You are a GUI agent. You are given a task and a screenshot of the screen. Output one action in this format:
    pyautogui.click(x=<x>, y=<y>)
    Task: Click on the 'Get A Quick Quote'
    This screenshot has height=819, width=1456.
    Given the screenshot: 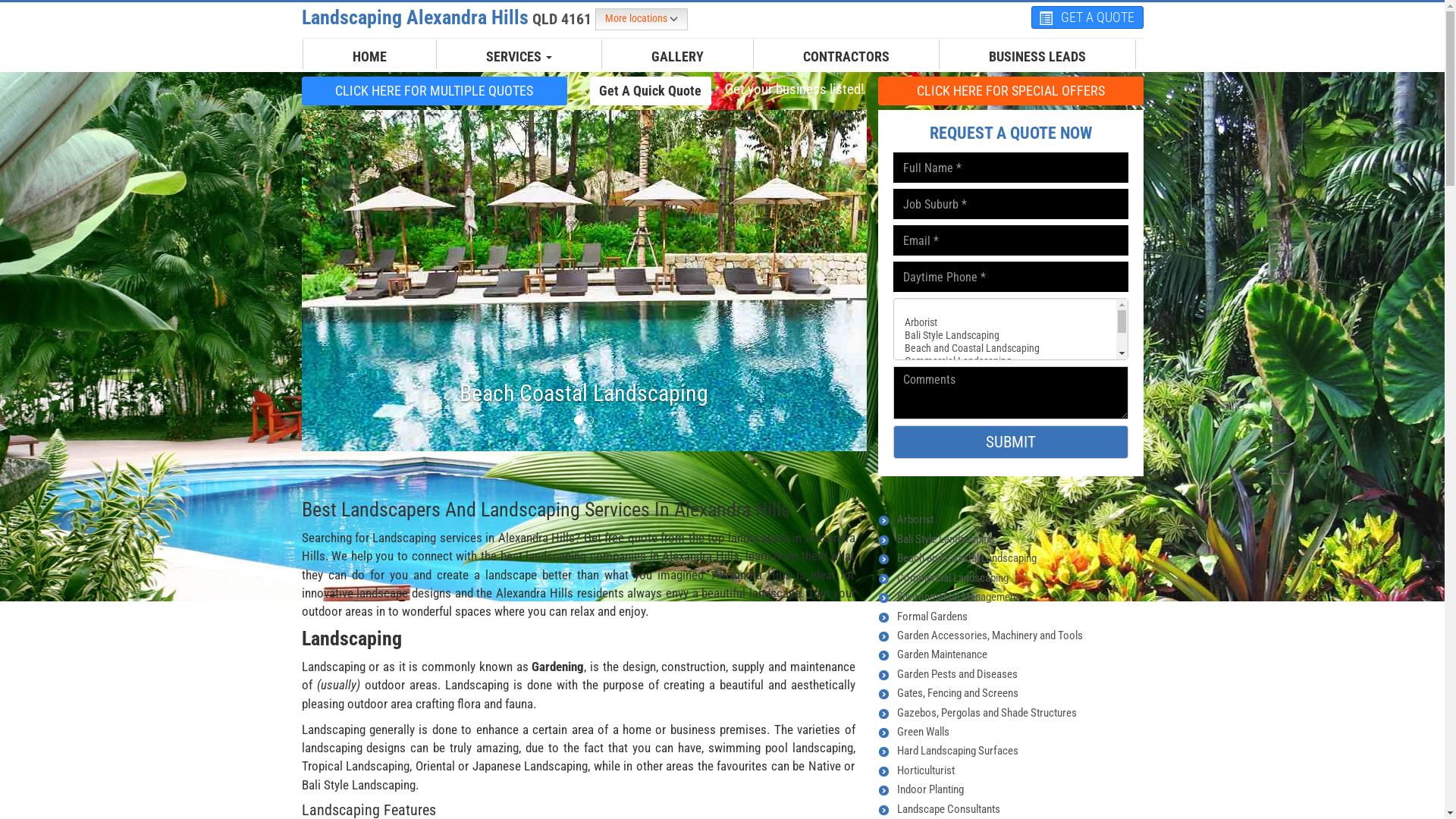 What is the action you would take?
    pyautogui.click(x=588, y=90)
    